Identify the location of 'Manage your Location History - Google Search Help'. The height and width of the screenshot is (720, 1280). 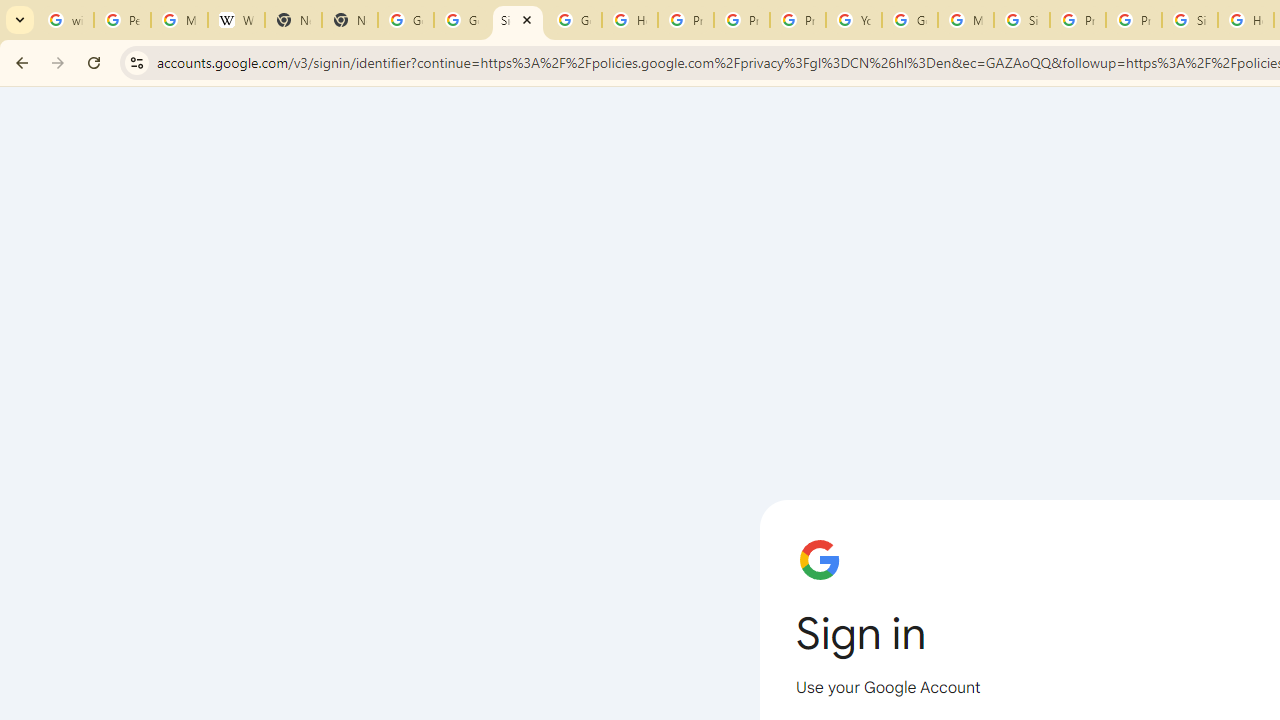
(179, 20).